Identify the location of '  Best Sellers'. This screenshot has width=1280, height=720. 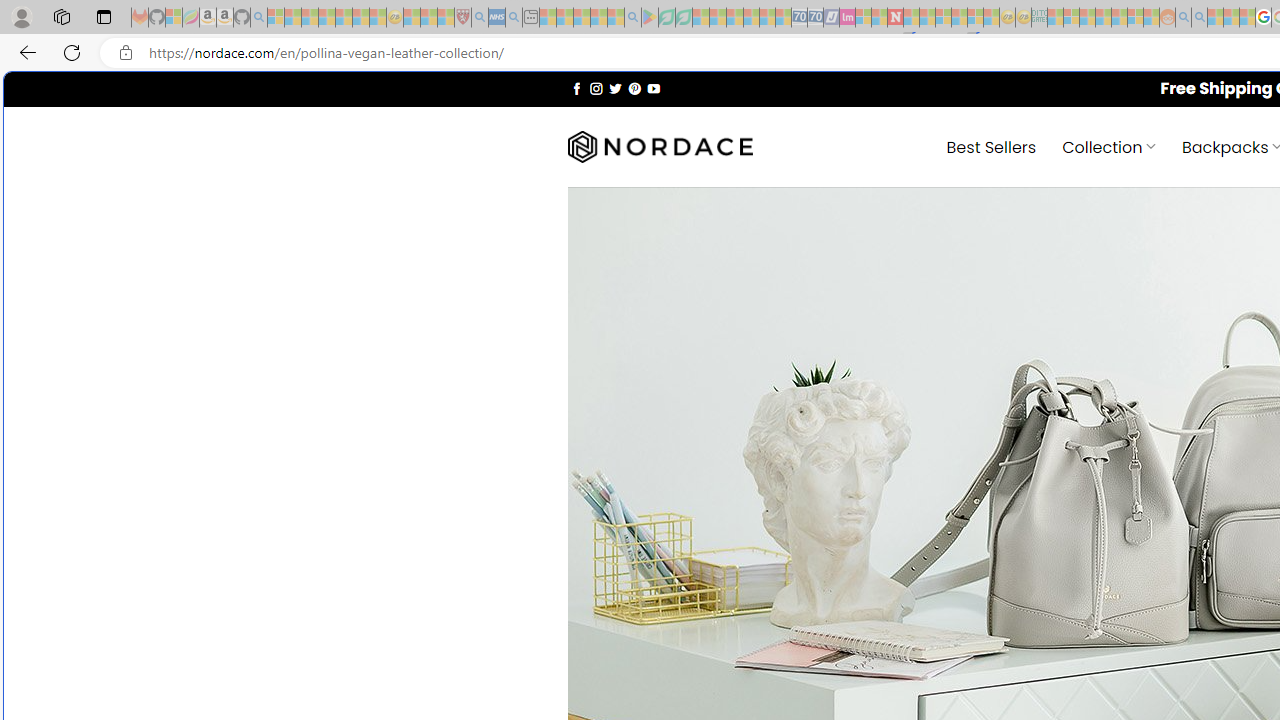
(991, 145).